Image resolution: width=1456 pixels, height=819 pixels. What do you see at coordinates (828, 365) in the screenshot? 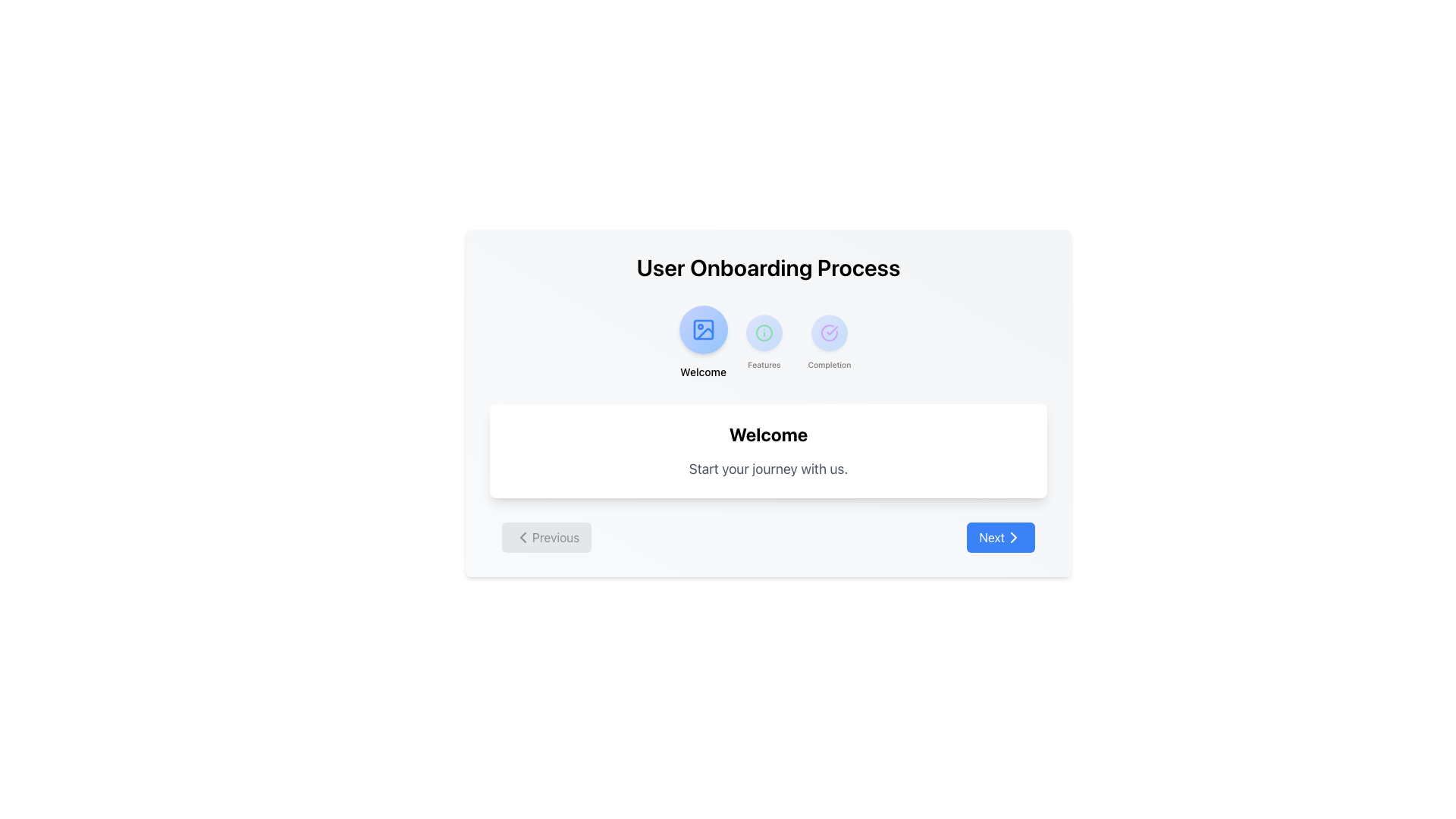
I see `the text label displaying 'Completion', which is styled with 'text-sm font-medium' and positioned beneath a purple checkmark icon` at bounding box center [828, 365].